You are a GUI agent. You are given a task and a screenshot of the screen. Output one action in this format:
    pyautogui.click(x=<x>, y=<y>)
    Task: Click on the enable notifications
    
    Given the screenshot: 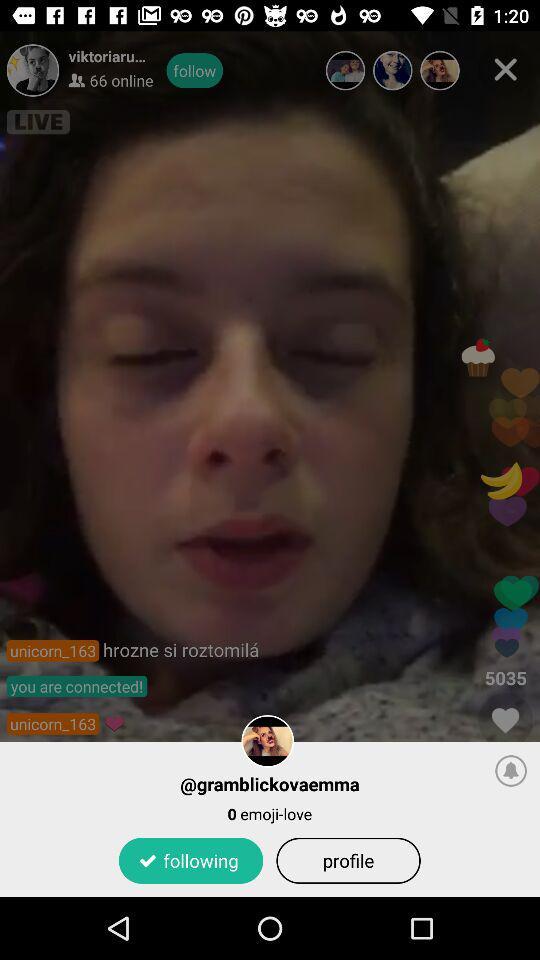 What is the action you would take?
    pyautogui.click(x=511, y=769)
    